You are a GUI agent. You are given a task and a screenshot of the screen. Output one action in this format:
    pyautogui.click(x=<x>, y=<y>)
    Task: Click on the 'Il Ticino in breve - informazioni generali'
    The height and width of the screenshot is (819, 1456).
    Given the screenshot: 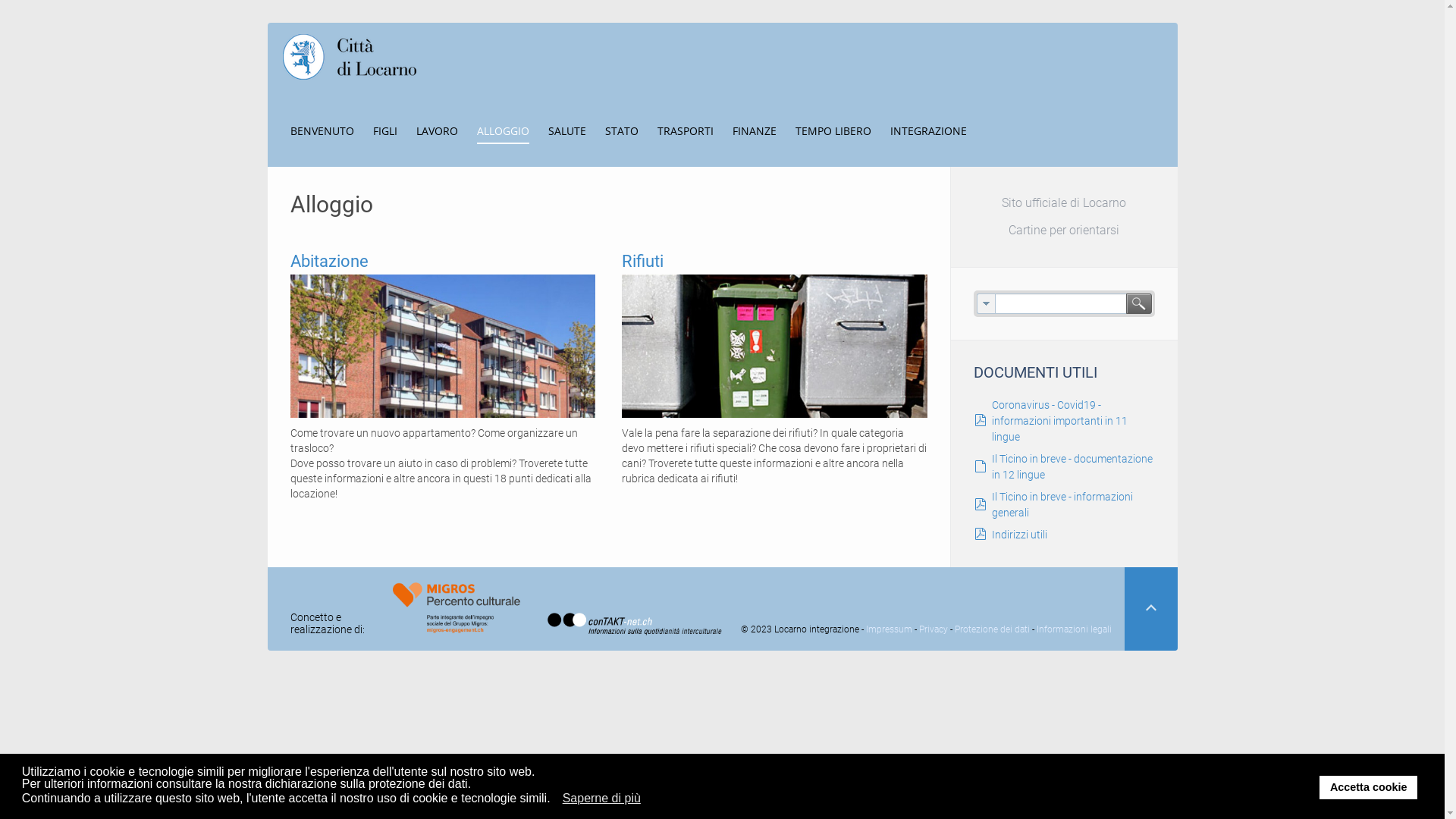 What is the action you would take?
    pyautogui.click(x=1062, y=504)
    